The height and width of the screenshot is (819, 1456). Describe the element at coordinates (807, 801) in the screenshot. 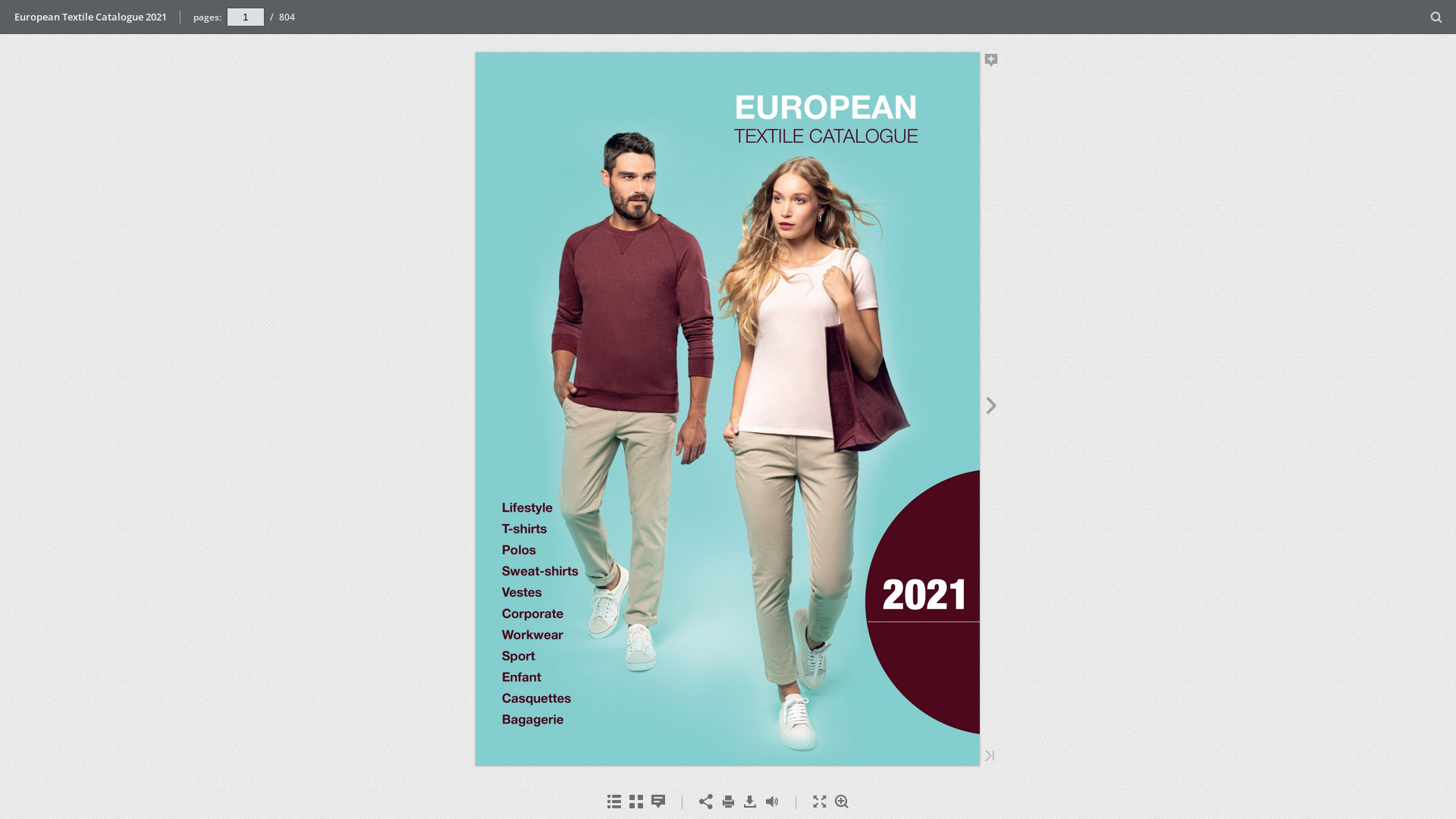

I see `'Fullscreen'` at that location.